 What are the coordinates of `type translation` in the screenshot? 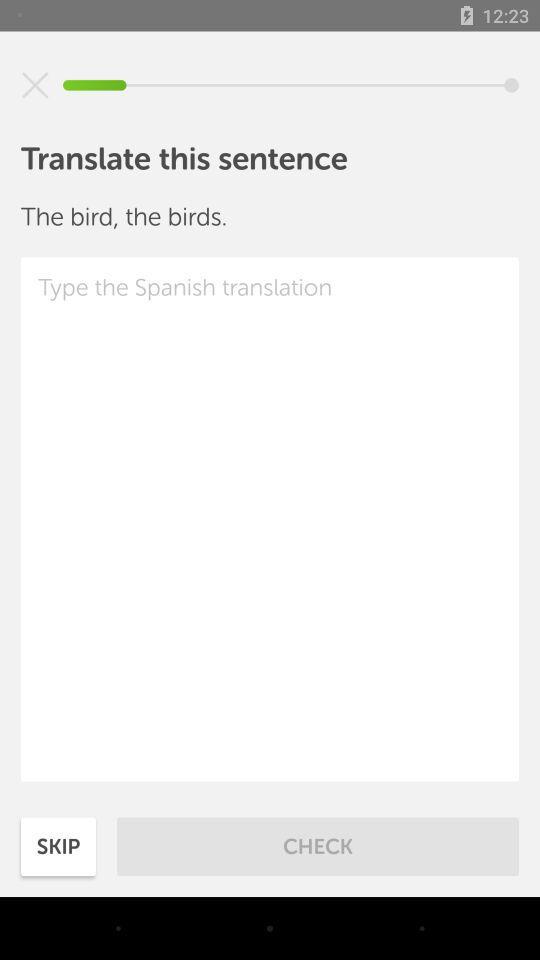 It's located at (270, 518).